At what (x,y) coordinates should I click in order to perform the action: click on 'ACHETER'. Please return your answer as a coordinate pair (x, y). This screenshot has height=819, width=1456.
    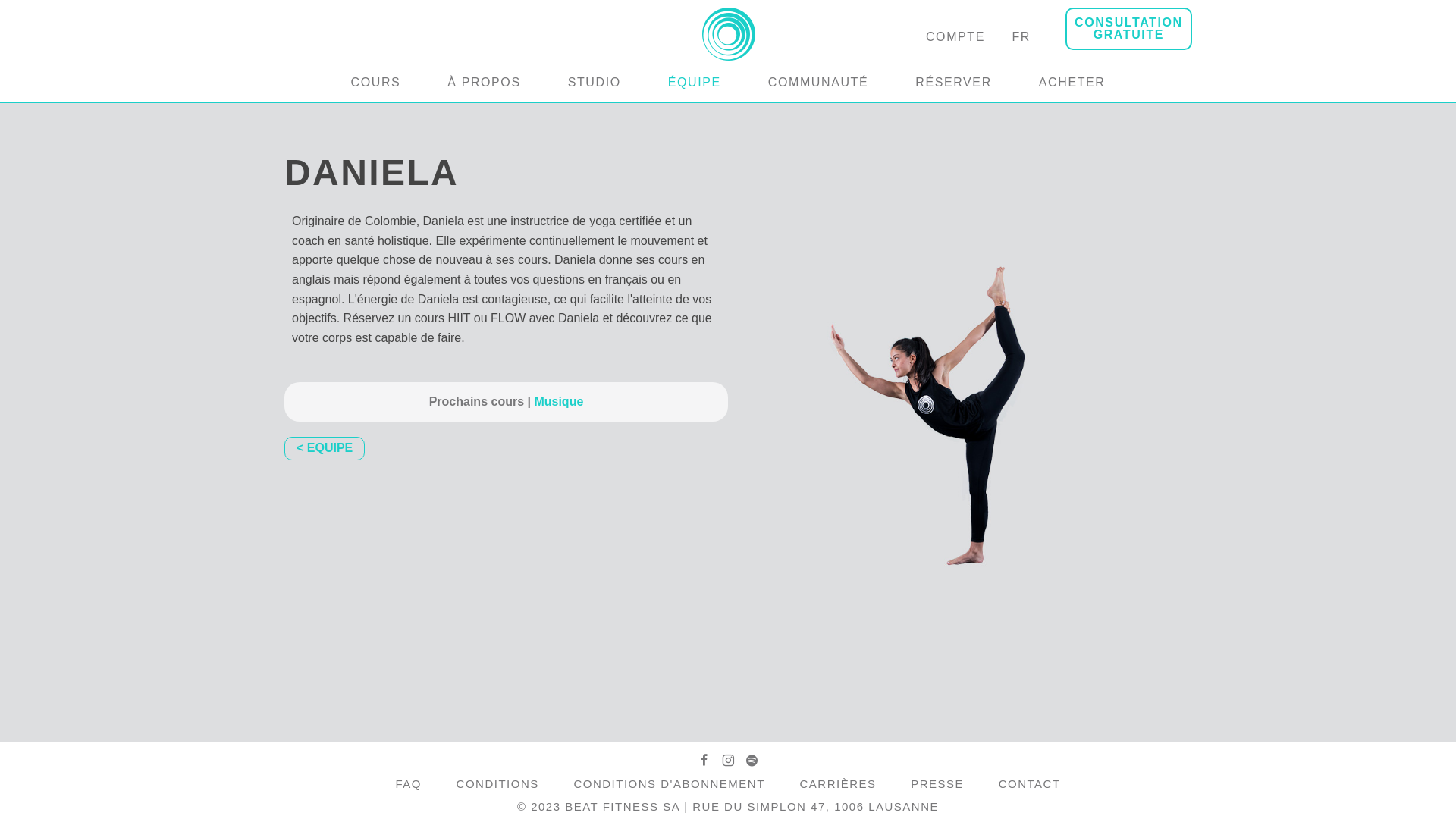
    Looking at the image, I should click on (1072, 82).